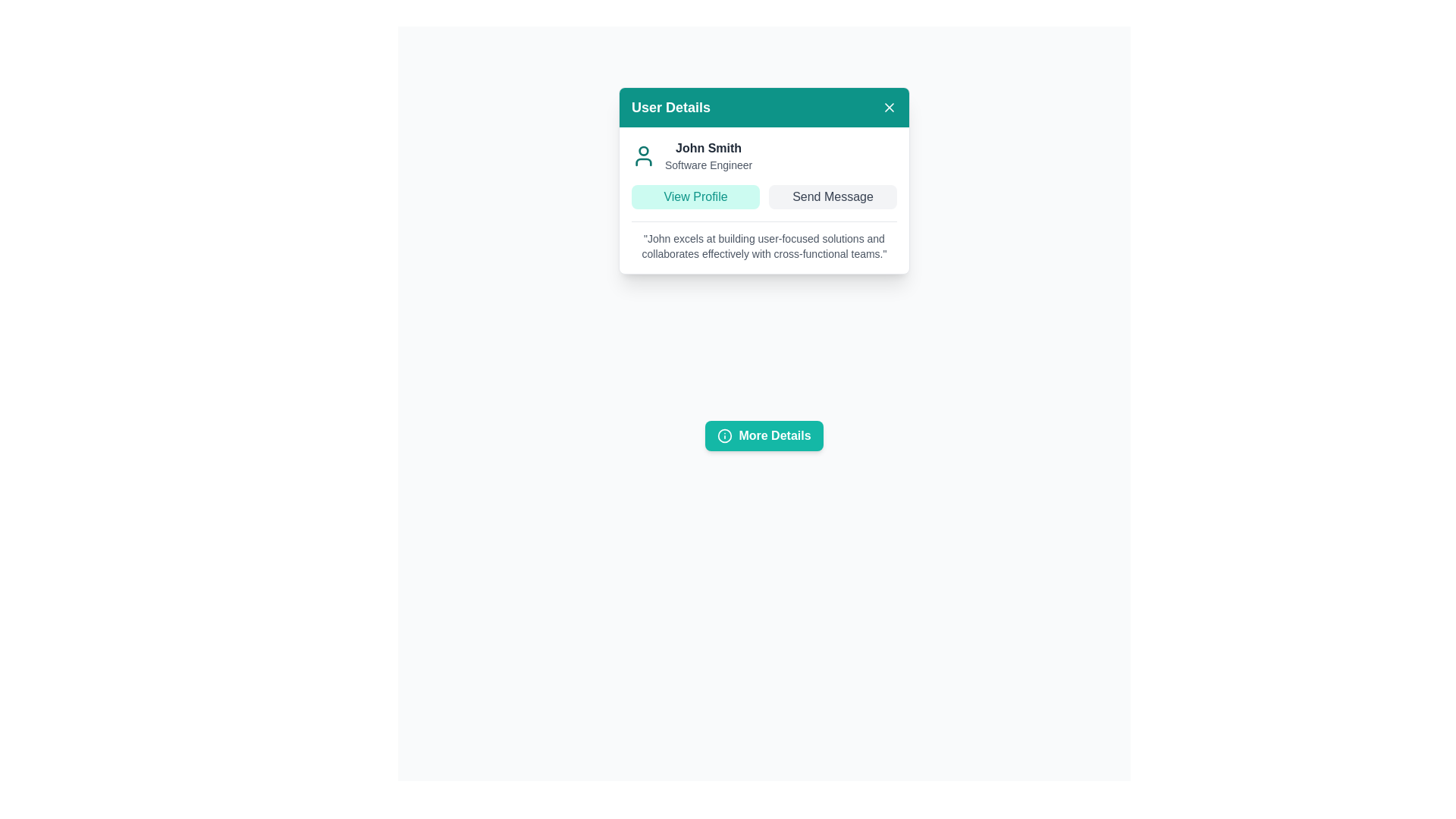 The width and height of the screenshot is (1456, 819). I want to click on the profile details button, which is the first button among two horizontally aligned buttons, located immediately to the left of the 'Send Message' button, so click(695, 196).